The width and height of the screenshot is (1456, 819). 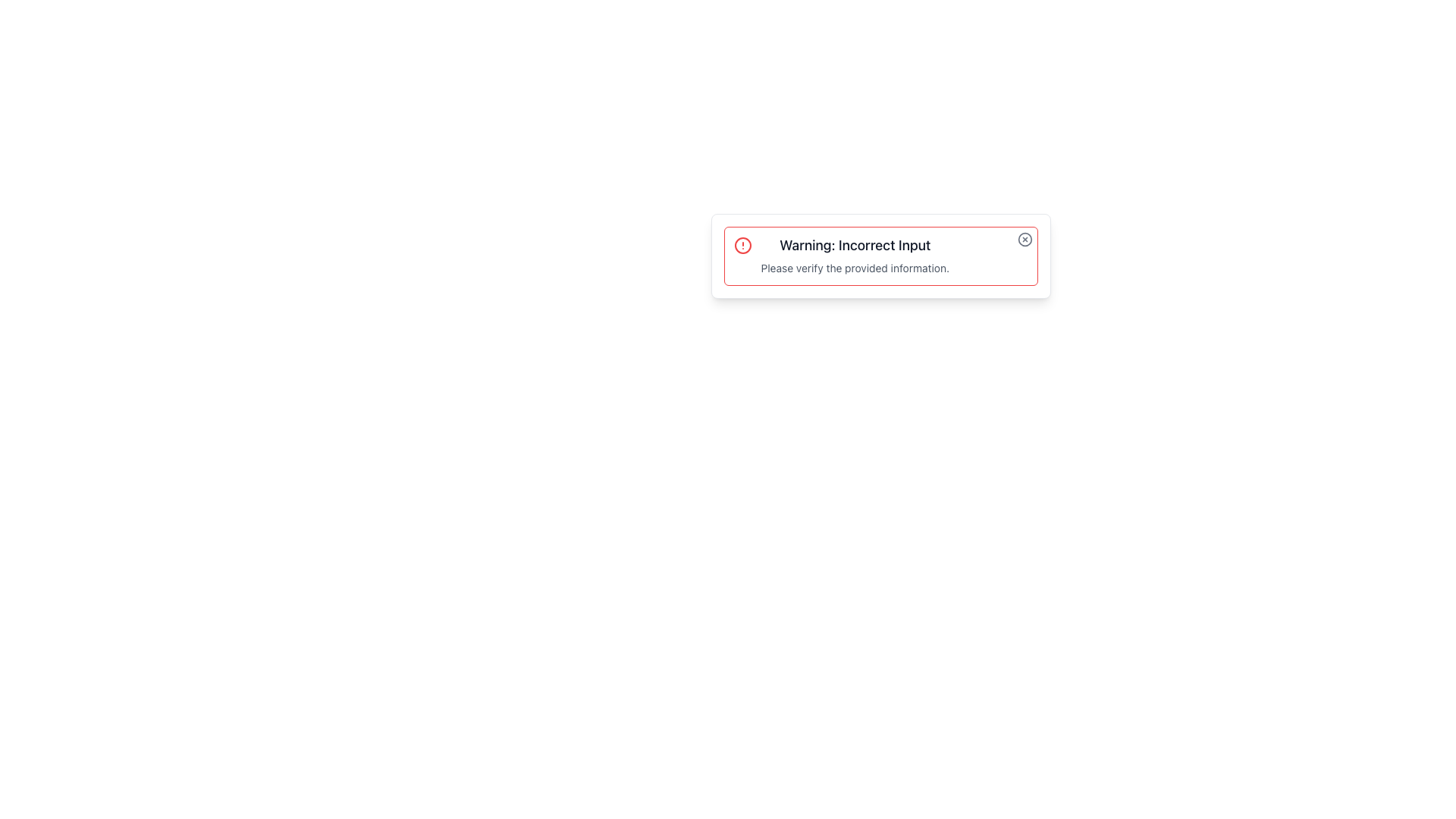 I want to click on warning message displayed in the double-line text block that states 'Warning: Incorrect Input' and 'Please verify the provided information.', so click(x=855, y=256).